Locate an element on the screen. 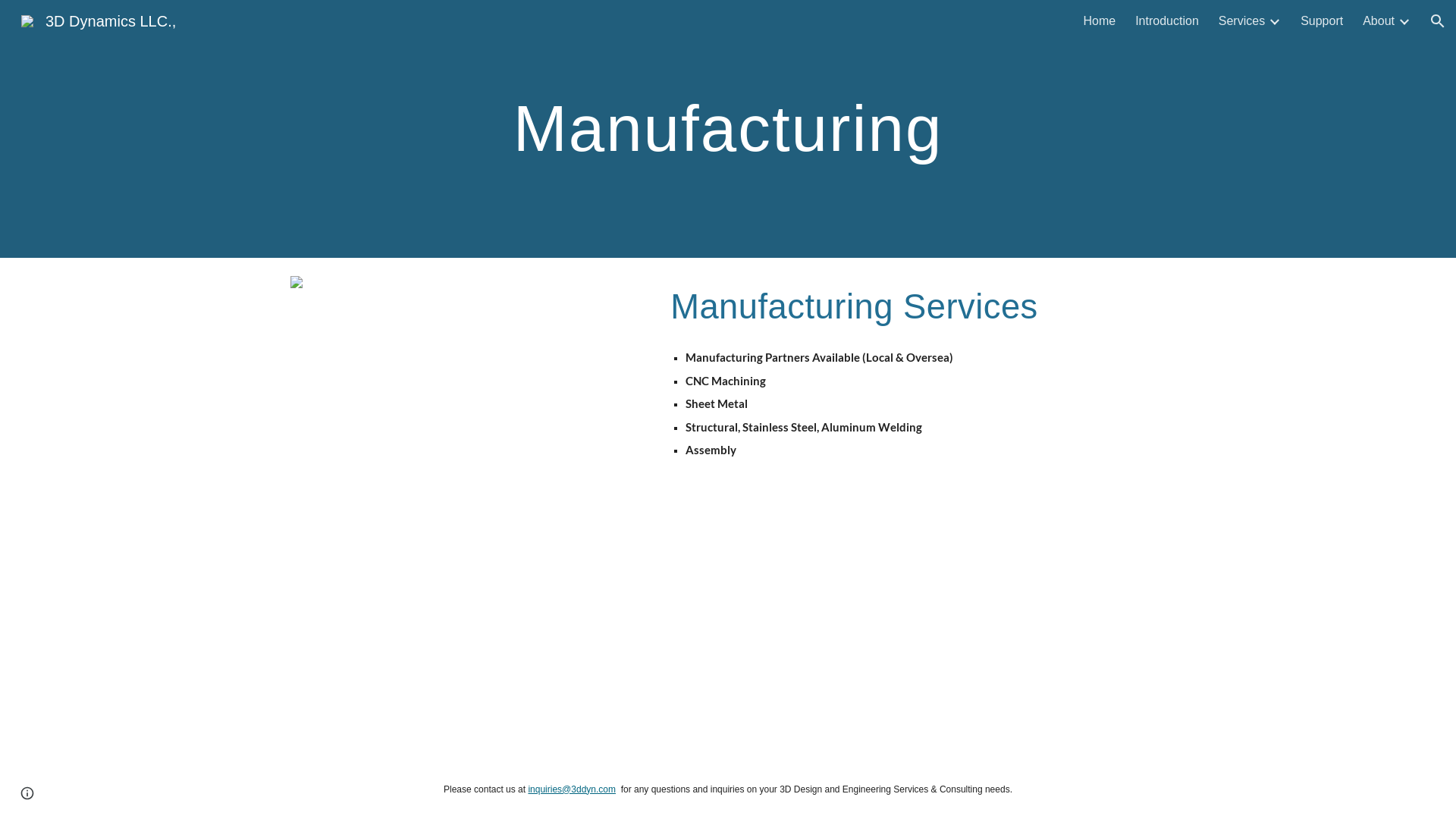 The height and width of the screenshot is (819, 1456). 'About' is located at coordinates (1362, 20).